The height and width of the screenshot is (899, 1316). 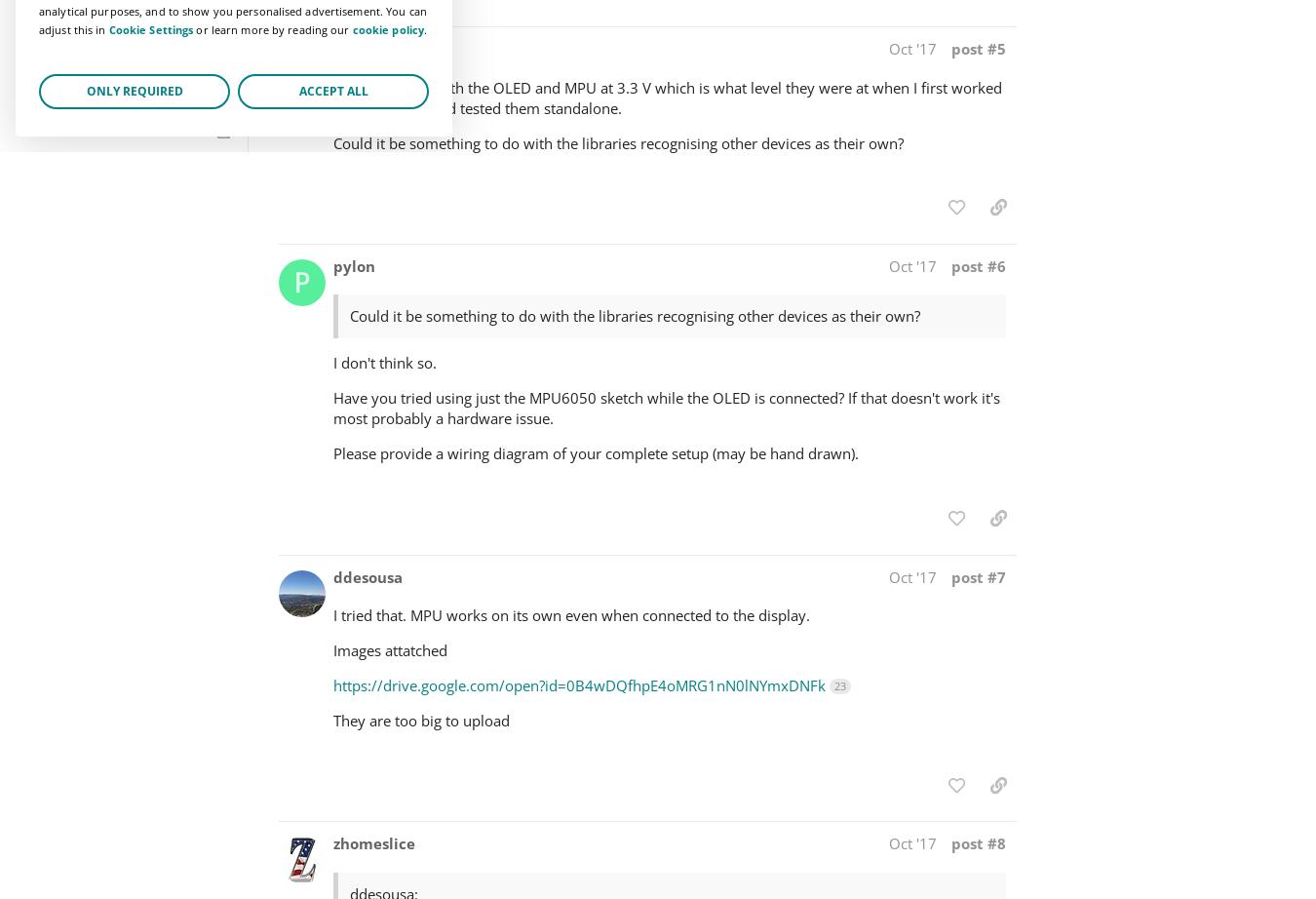 What do you see at coordinates (666, 97) in the screenshot?
I see `'Thanks. I have both the OLED and MPU at 3.3 V which is what level they were at when I first worked on the project and tested them standalone.'` at bounding box center [666, 97].